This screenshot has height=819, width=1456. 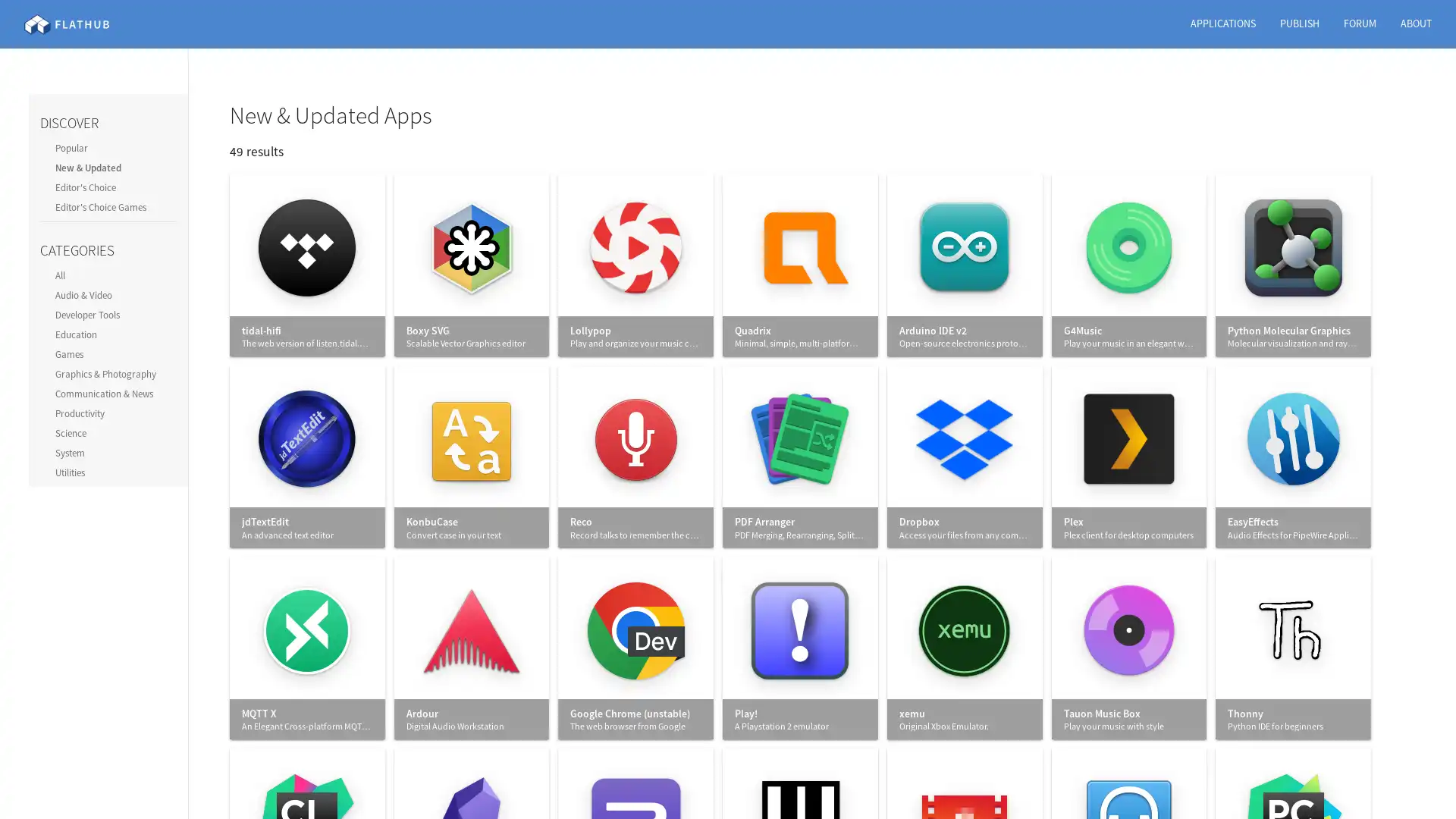 I want to click on APPLICATIONS, so click(x=1222, y=24).